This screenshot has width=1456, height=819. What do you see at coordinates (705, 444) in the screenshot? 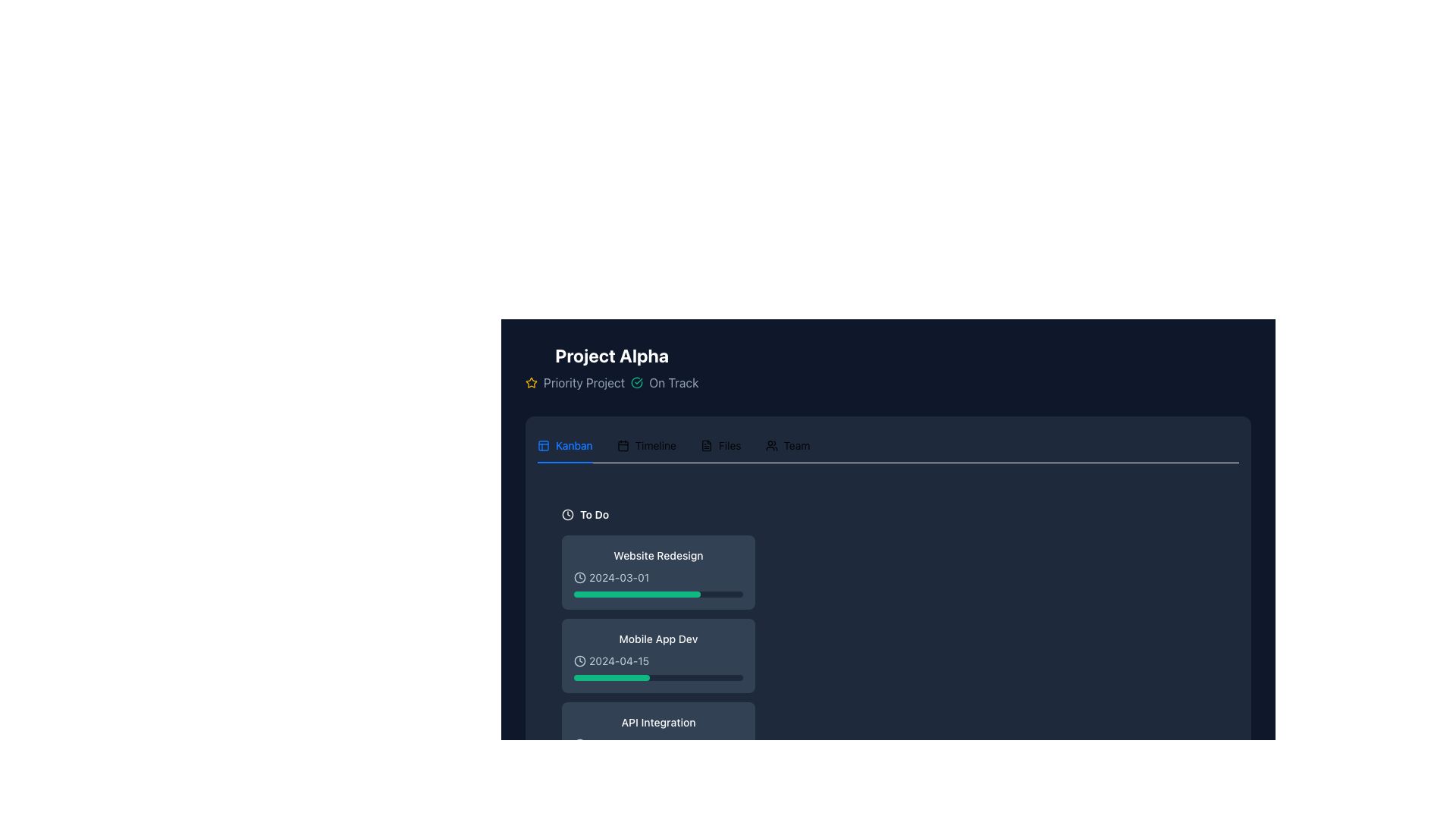
I see `the 'Files' tab icon, which is a document-like visual representation located left of the 'Files' label in the horizontal navigation bar` at bounding box center [705, 444].